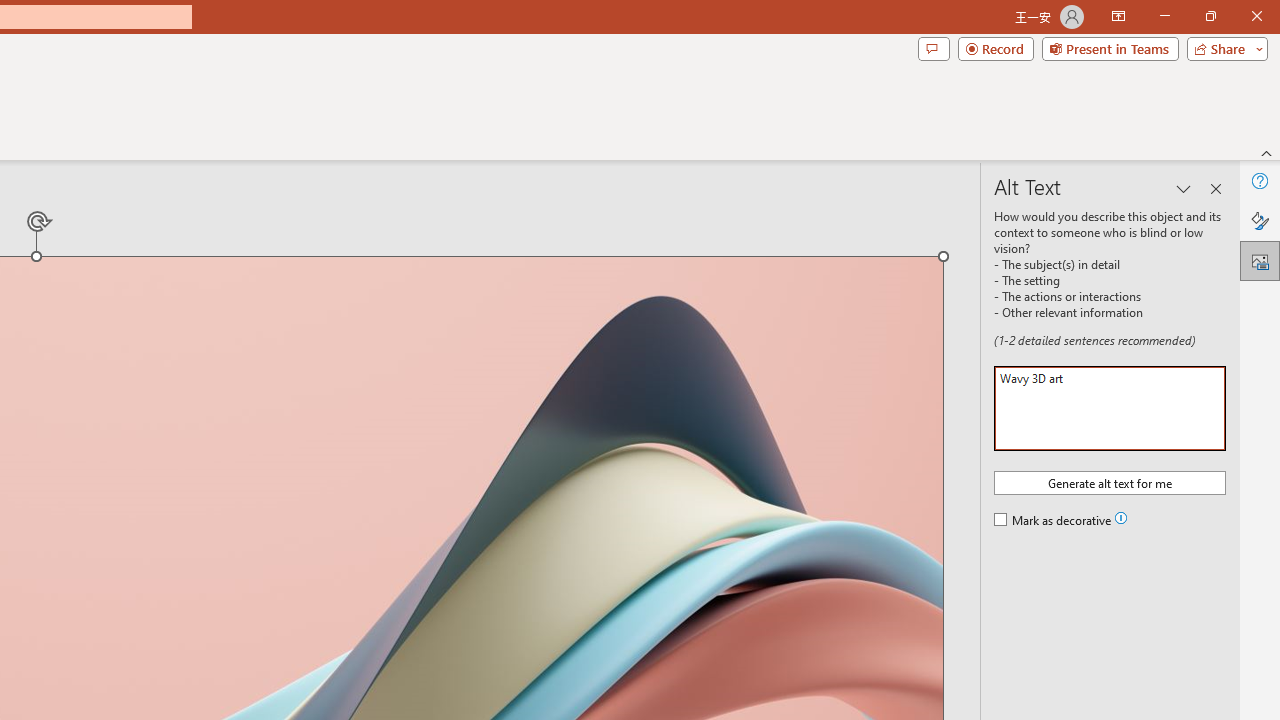  Describe the element at coordinates (1109, 483) in the screenshot. I see `'Generate alt text for me'` at that location.